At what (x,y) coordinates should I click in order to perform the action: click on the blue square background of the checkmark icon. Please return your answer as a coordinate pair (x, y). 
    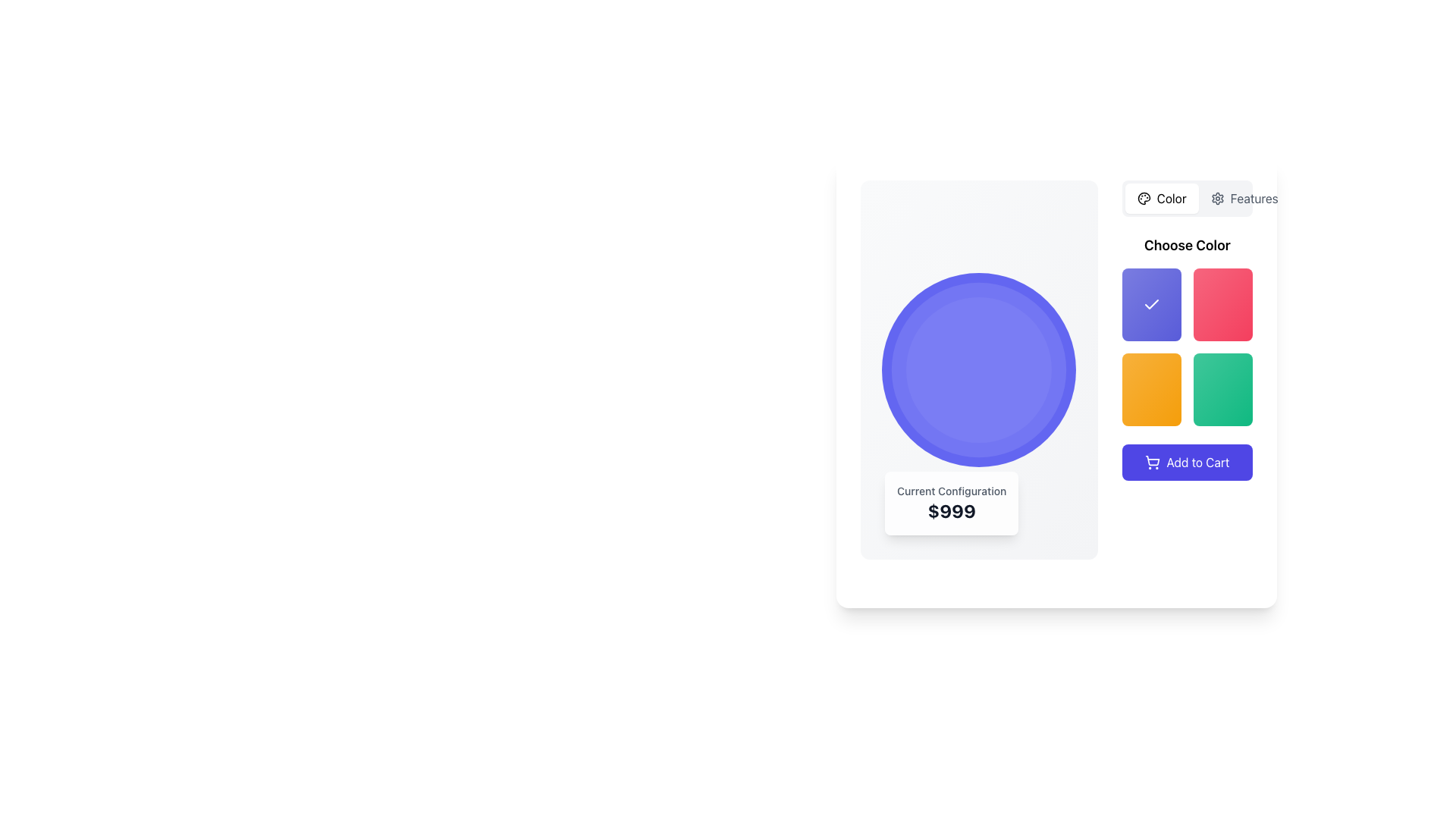
    Looking at the image, I should click on (1151, 304).